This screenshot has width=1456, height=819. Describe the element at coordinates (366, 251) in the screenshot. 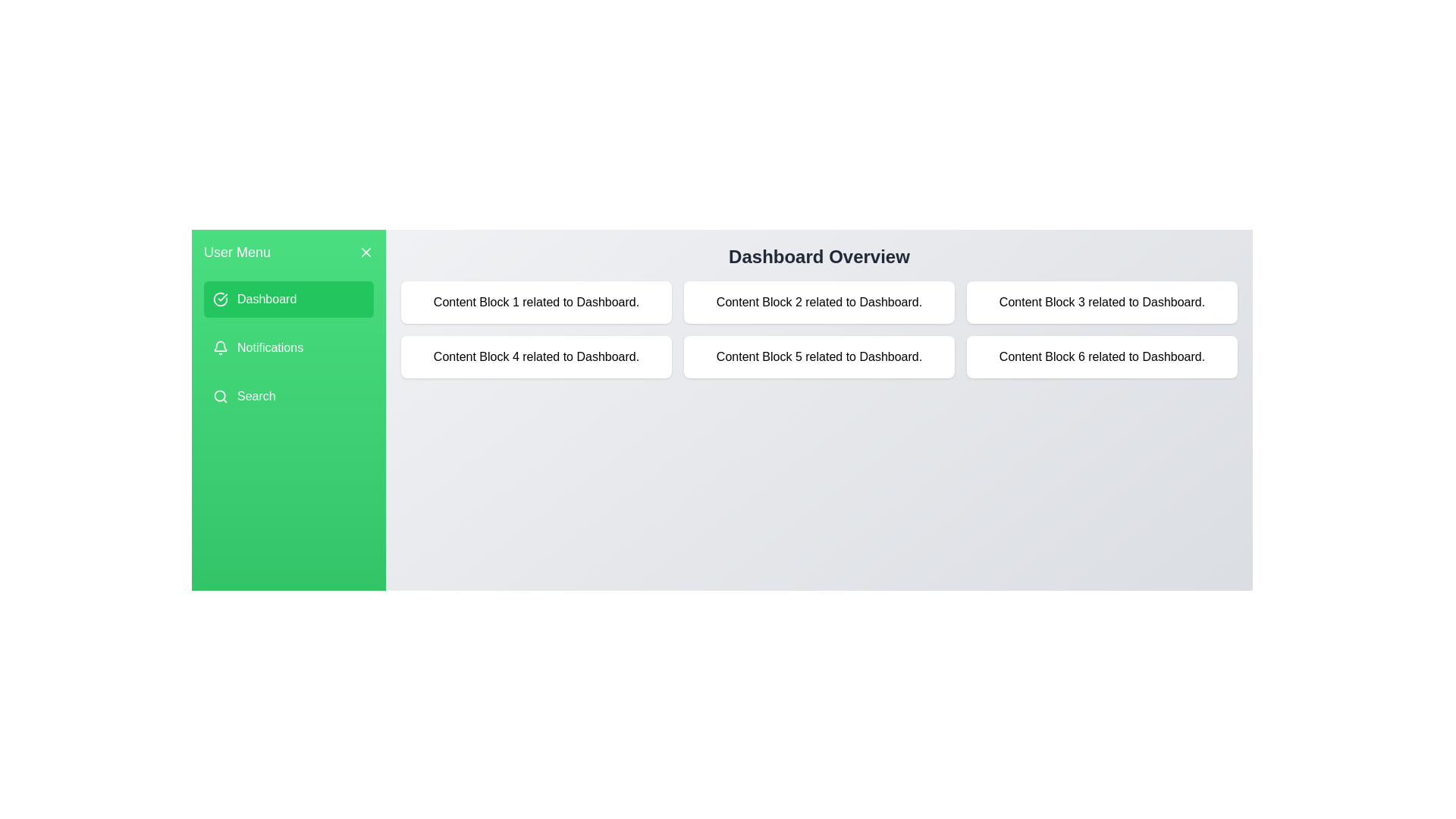

I see `the close button in the menu header to toggle the visibility of the menu` at that location.